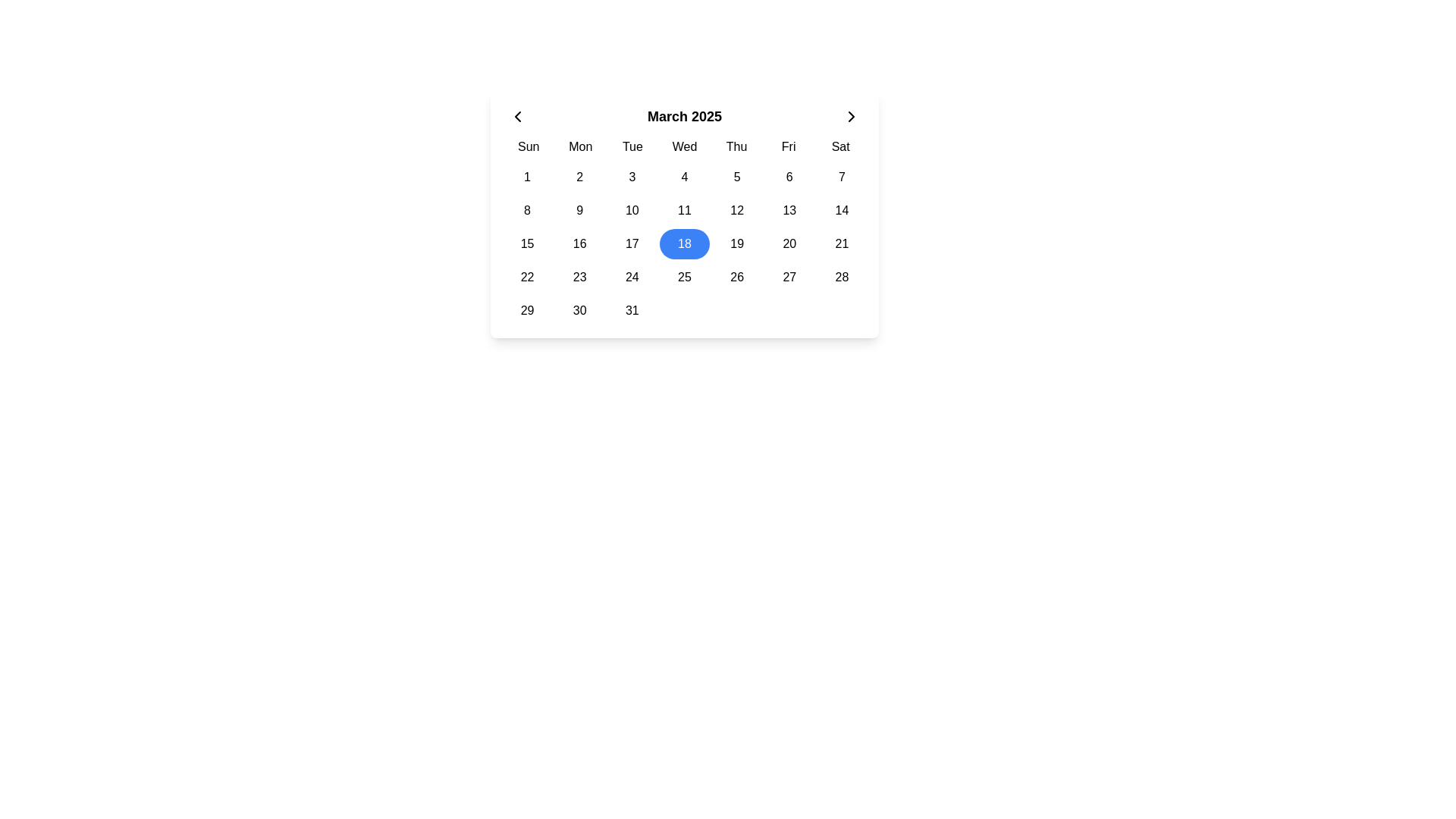 Image resolution: width=1456 pixels, height=819 pixels. Describe the element at coordinates (841, 210) in the screenshot. I see `the interactive button displaying the number '14' in the calendar grid` at that location.